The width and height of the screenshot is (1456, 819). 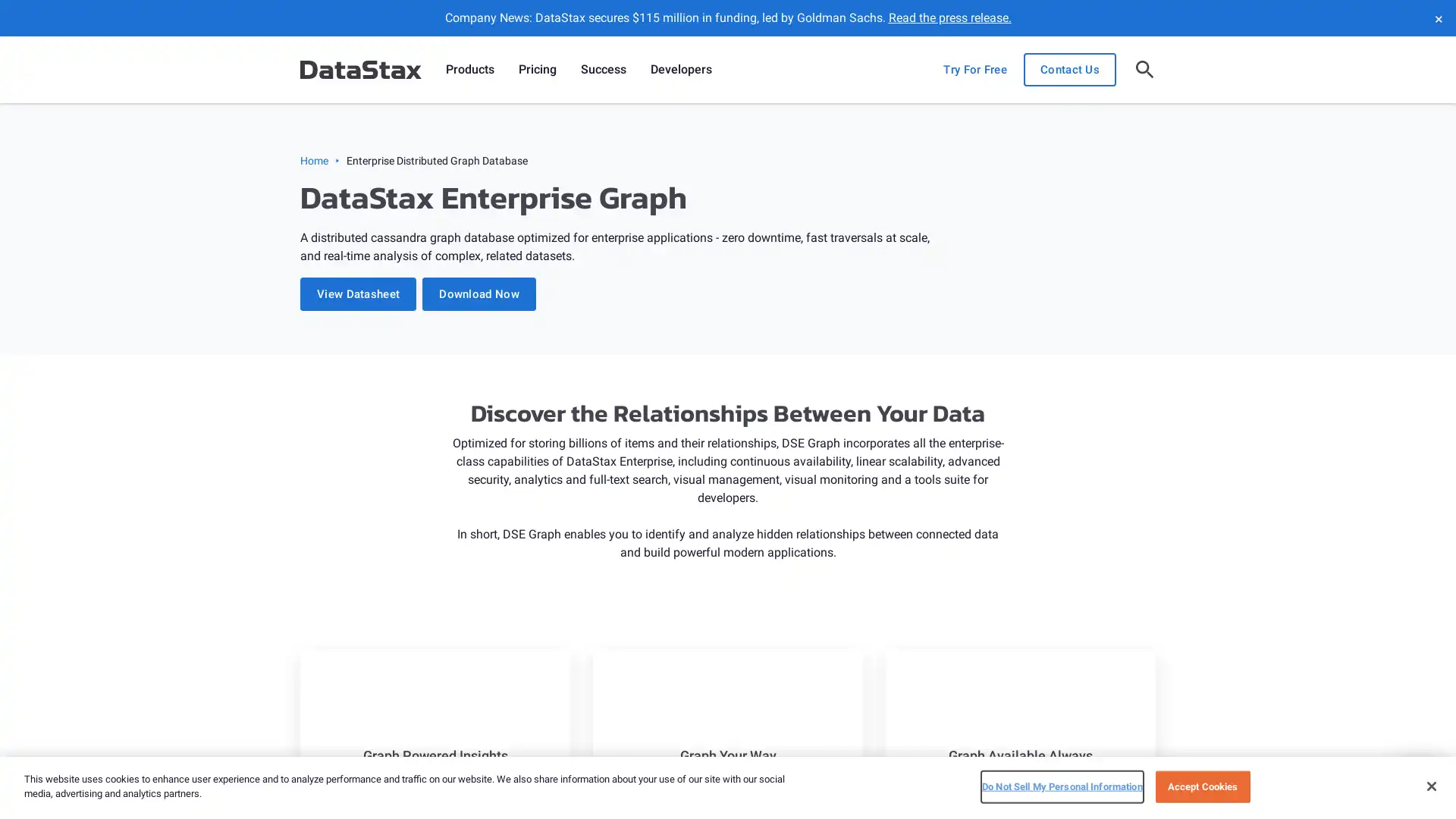 What do you see at coordinates (1061, 786) in the screenshot?
I see `Do Not Sell My Personal Information` at bounding box center [1061, 786].